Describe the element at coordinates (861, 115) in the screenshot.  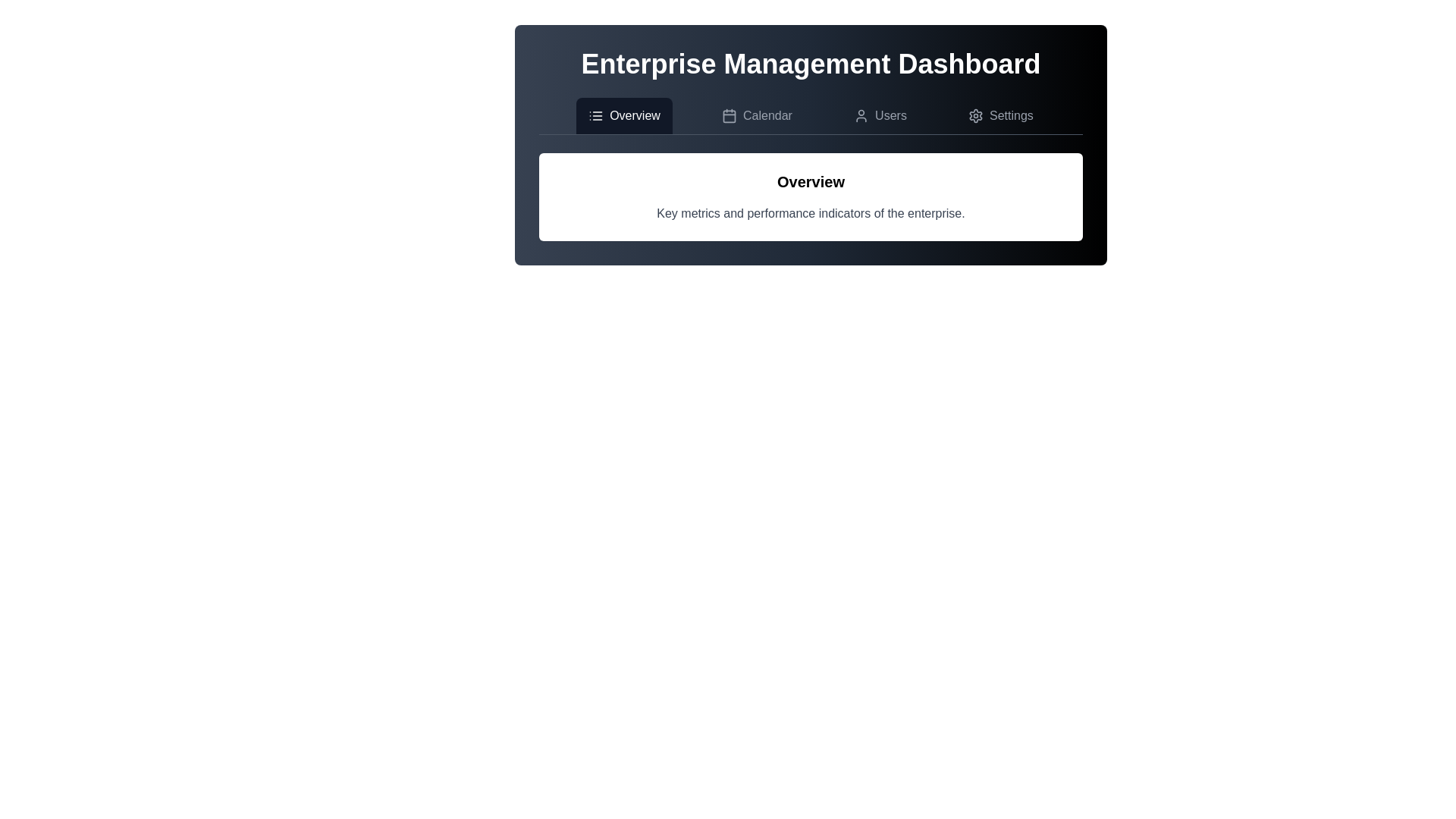
I see `the 'Users' icon located in the top menu bar, which represents the user management section` at that location.